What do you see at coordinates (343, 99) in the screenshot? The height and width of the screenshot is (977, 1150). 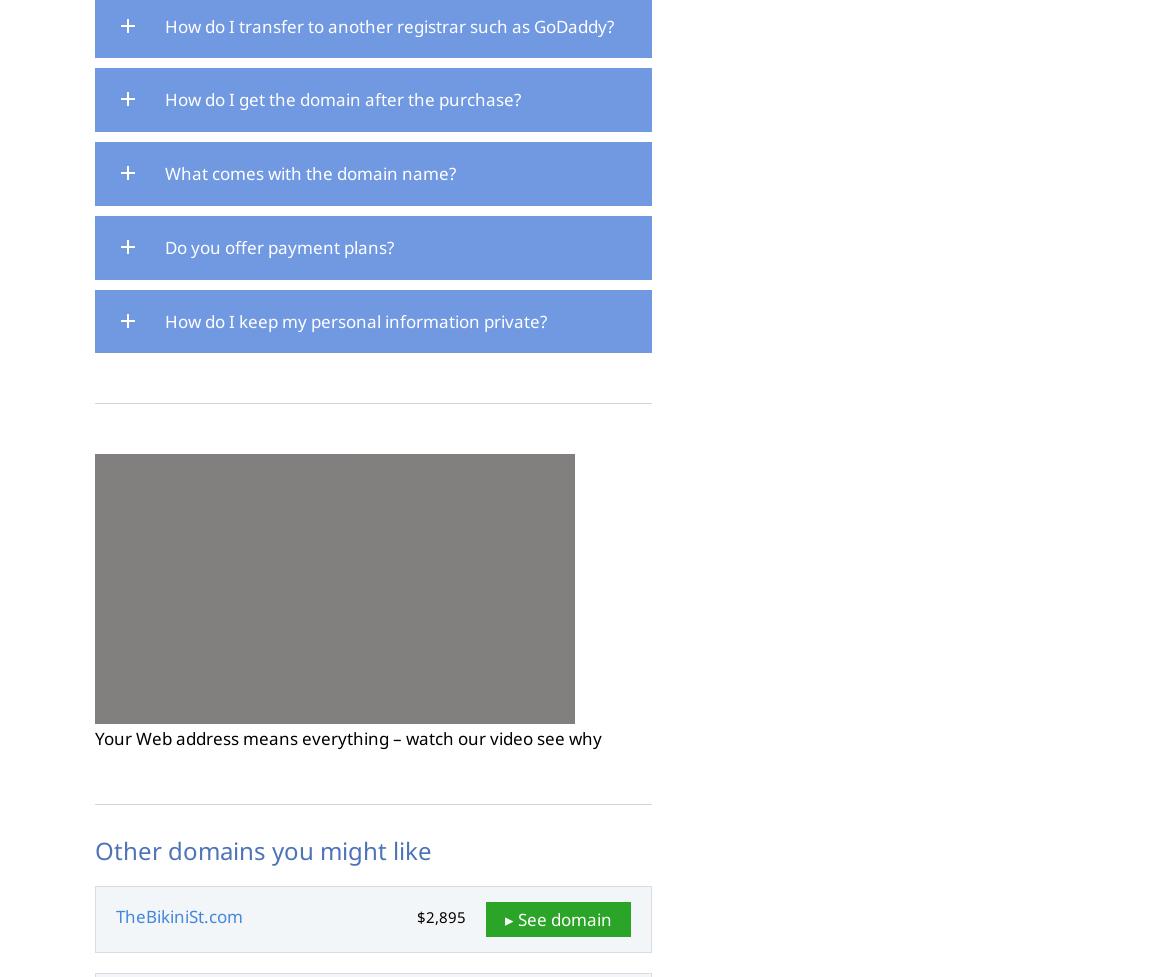 I see `'How do I get the domain after the purchase?'` at bounding box center [343, 99].